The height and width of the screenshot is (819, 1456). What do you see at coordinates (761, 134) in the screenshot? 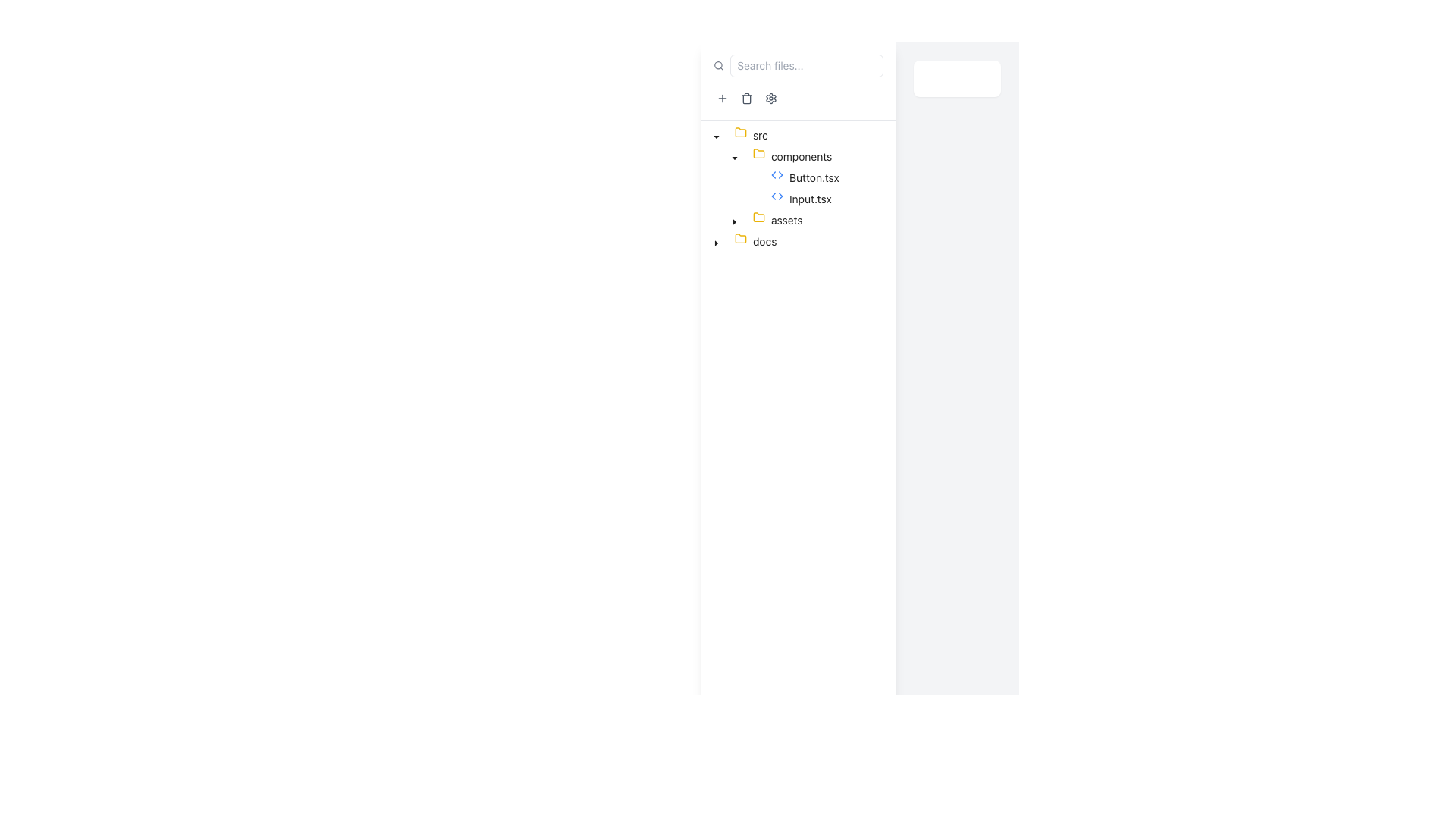
I see `the text label displaying 'src' within the tree view node` at bounding box center [761, 134].